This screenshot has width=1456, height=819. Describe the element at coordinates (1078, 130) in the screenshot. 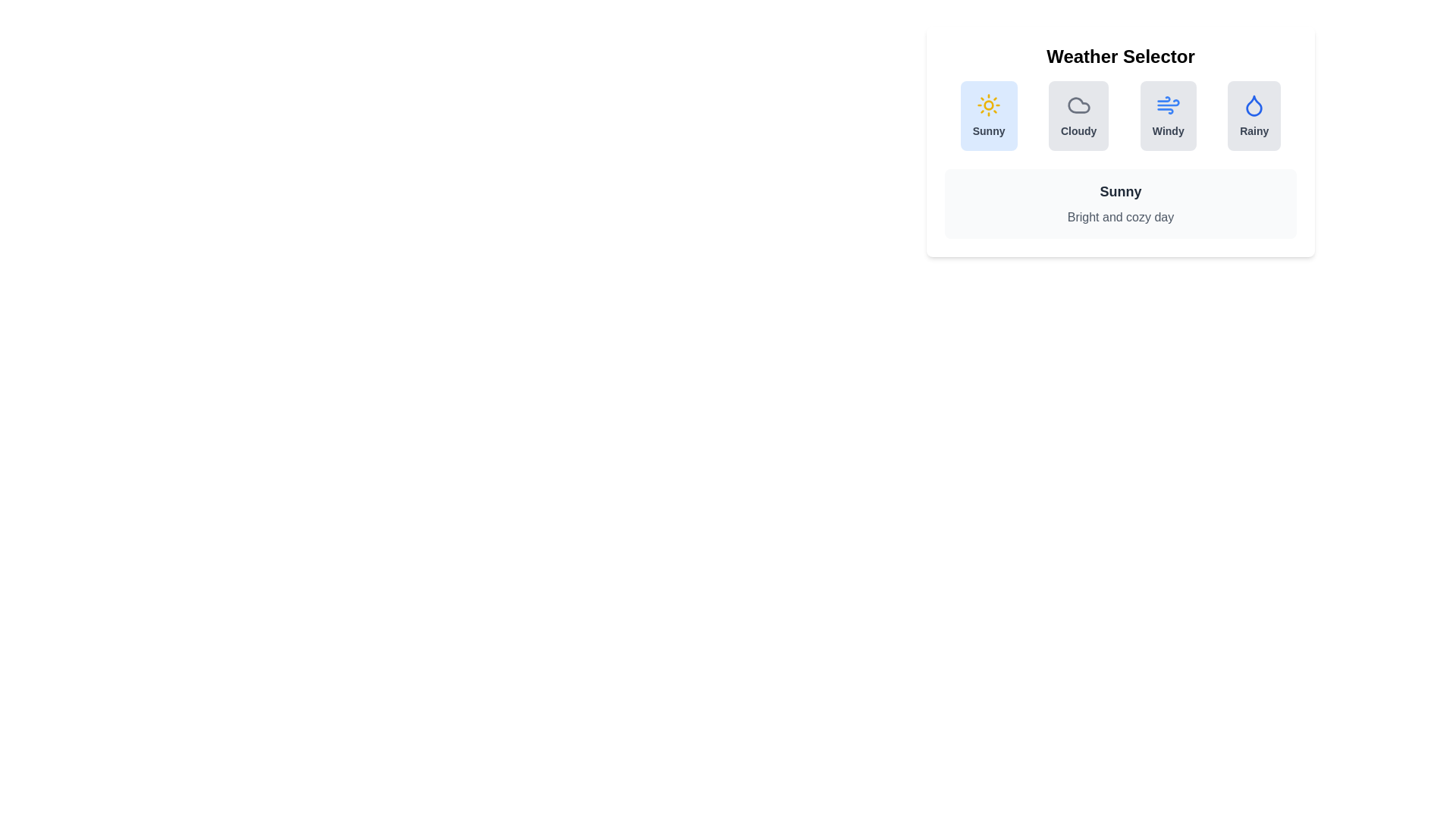

I see `the 'Cloudy' weather option text label, which is located beneath the cloud icon in the second weather card of the Weather Selector` at that location.